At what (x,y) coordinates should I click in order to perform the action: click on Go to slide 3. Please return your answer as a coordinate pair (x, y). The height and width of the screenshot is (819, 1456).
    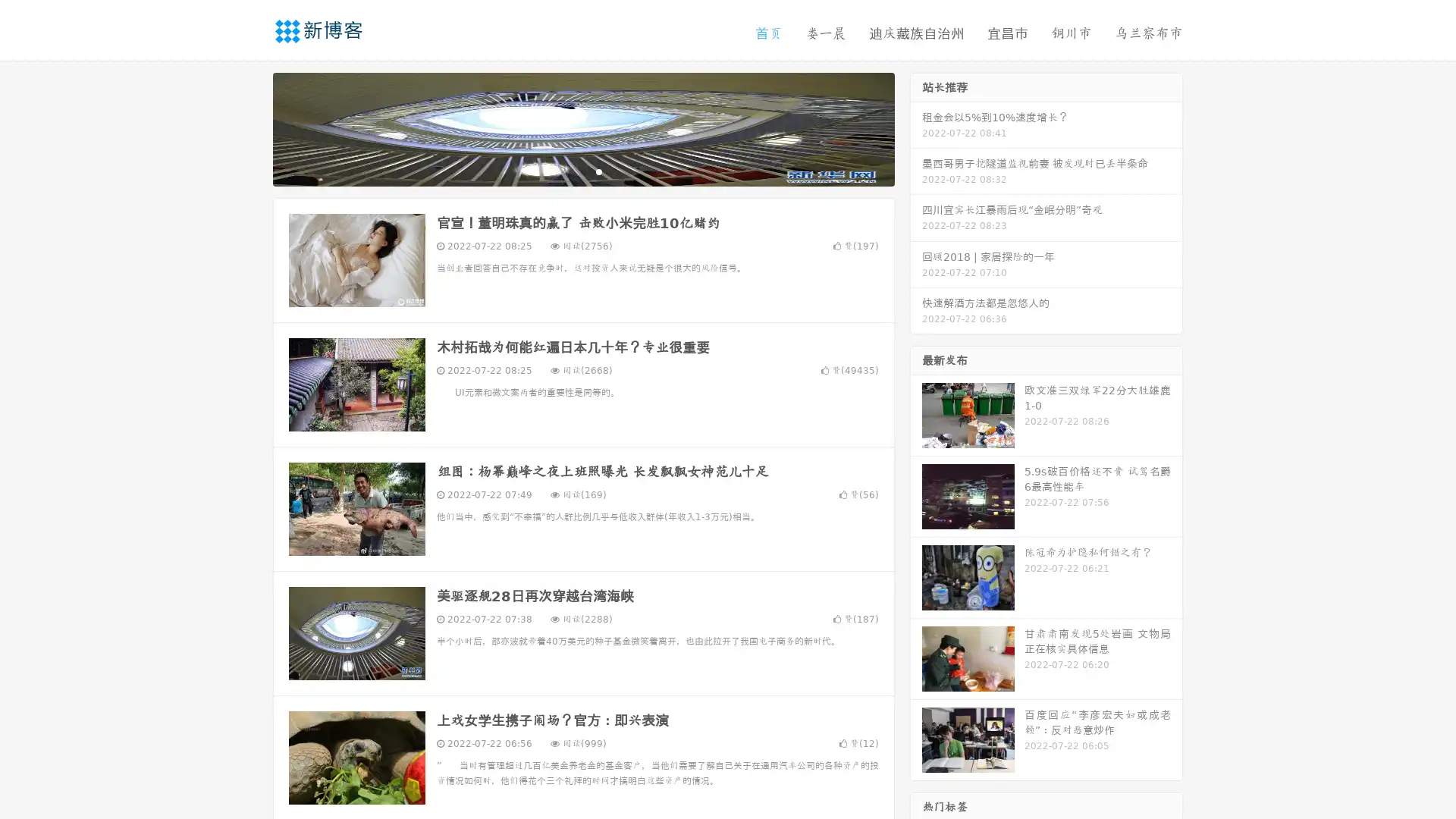
    Looking at the image, I should click on (598, 171).